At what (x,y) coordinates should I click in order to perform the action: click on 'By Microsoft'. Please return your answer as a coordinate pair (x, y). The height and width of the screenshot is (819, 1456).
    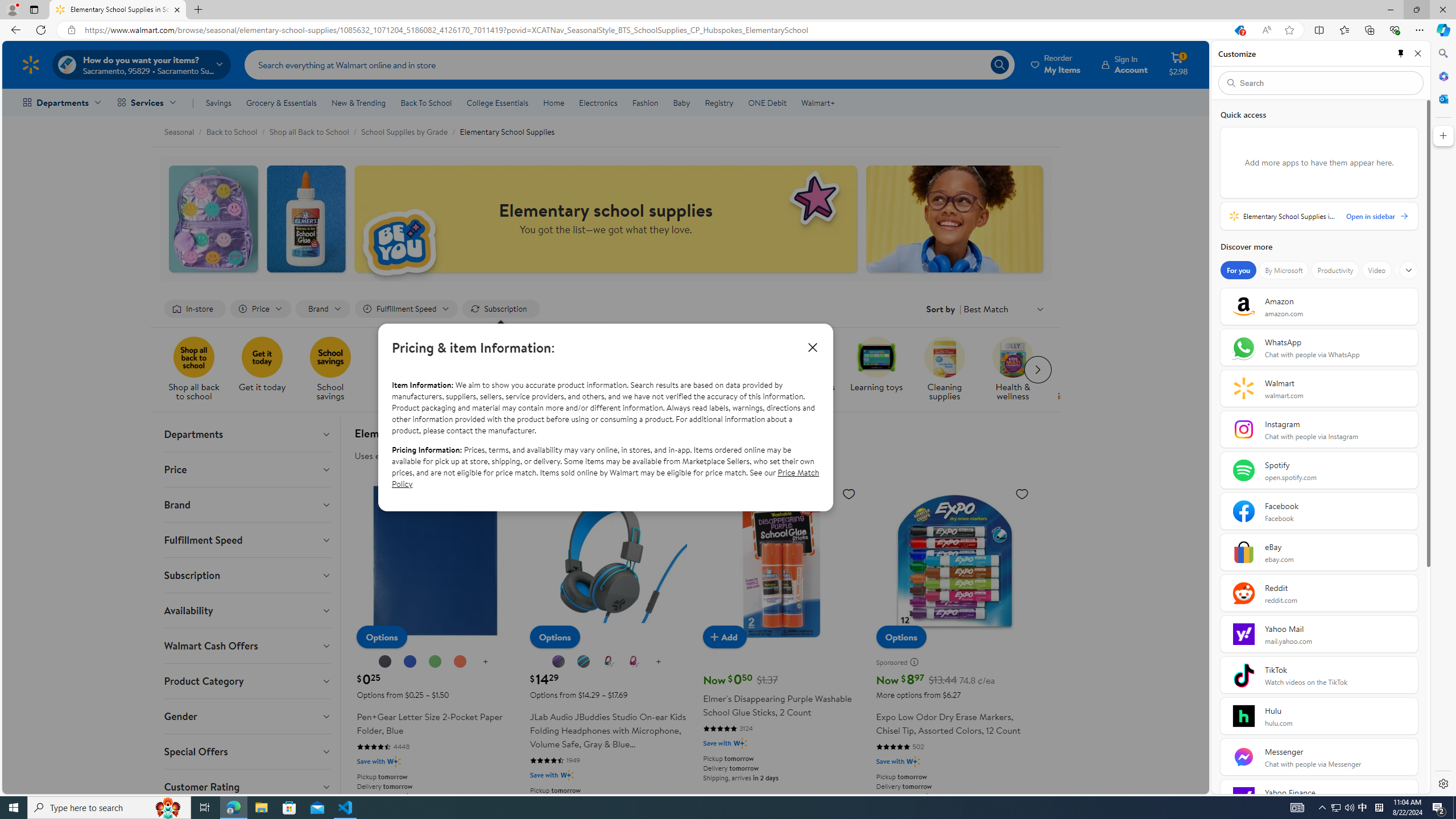
    Looking at the image, I should click on (1283, 270).